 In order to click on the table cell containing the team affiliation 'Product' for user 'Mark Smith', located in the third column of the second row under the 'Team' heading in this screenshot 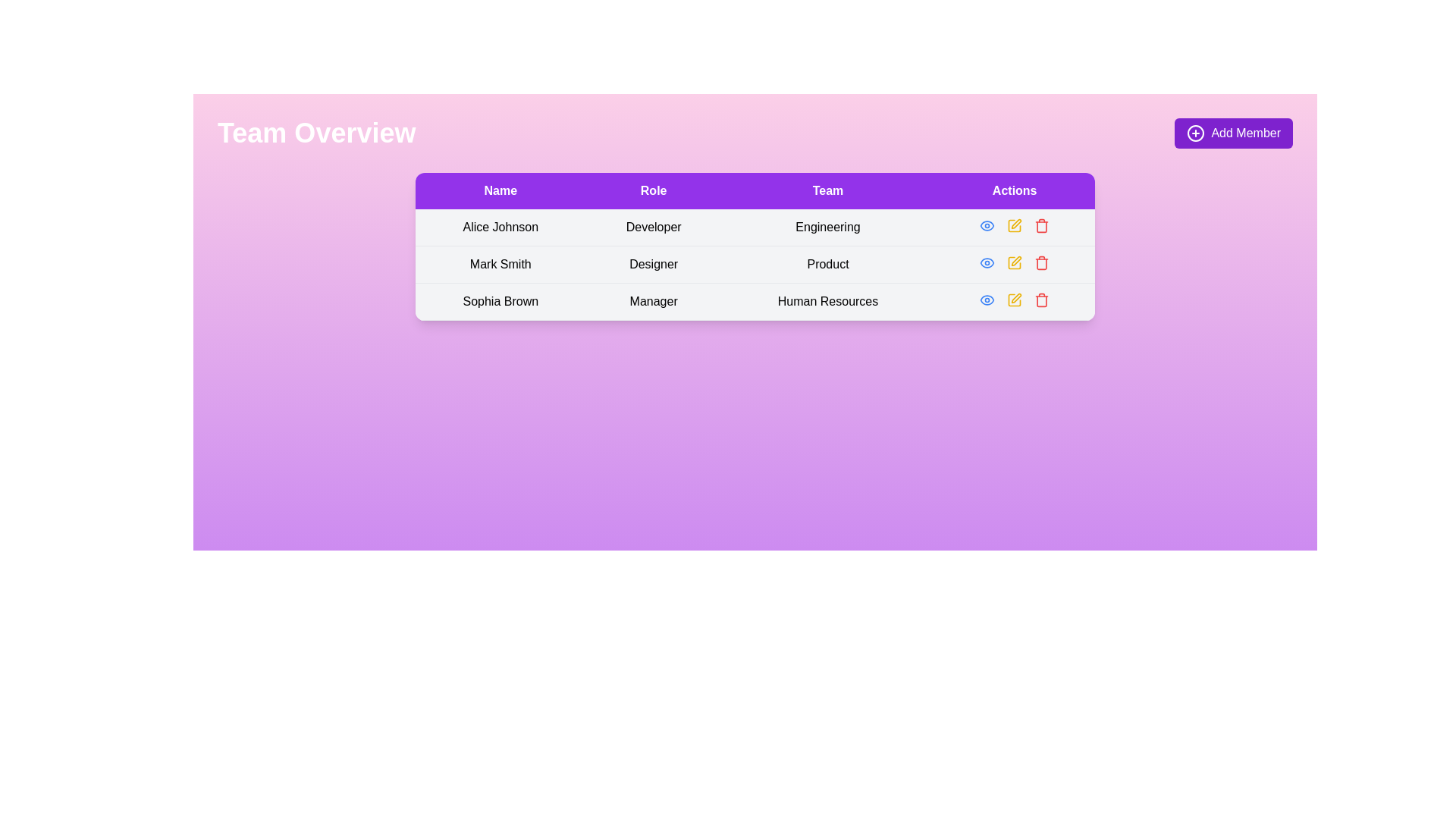, I will do `click(827, 263)`.